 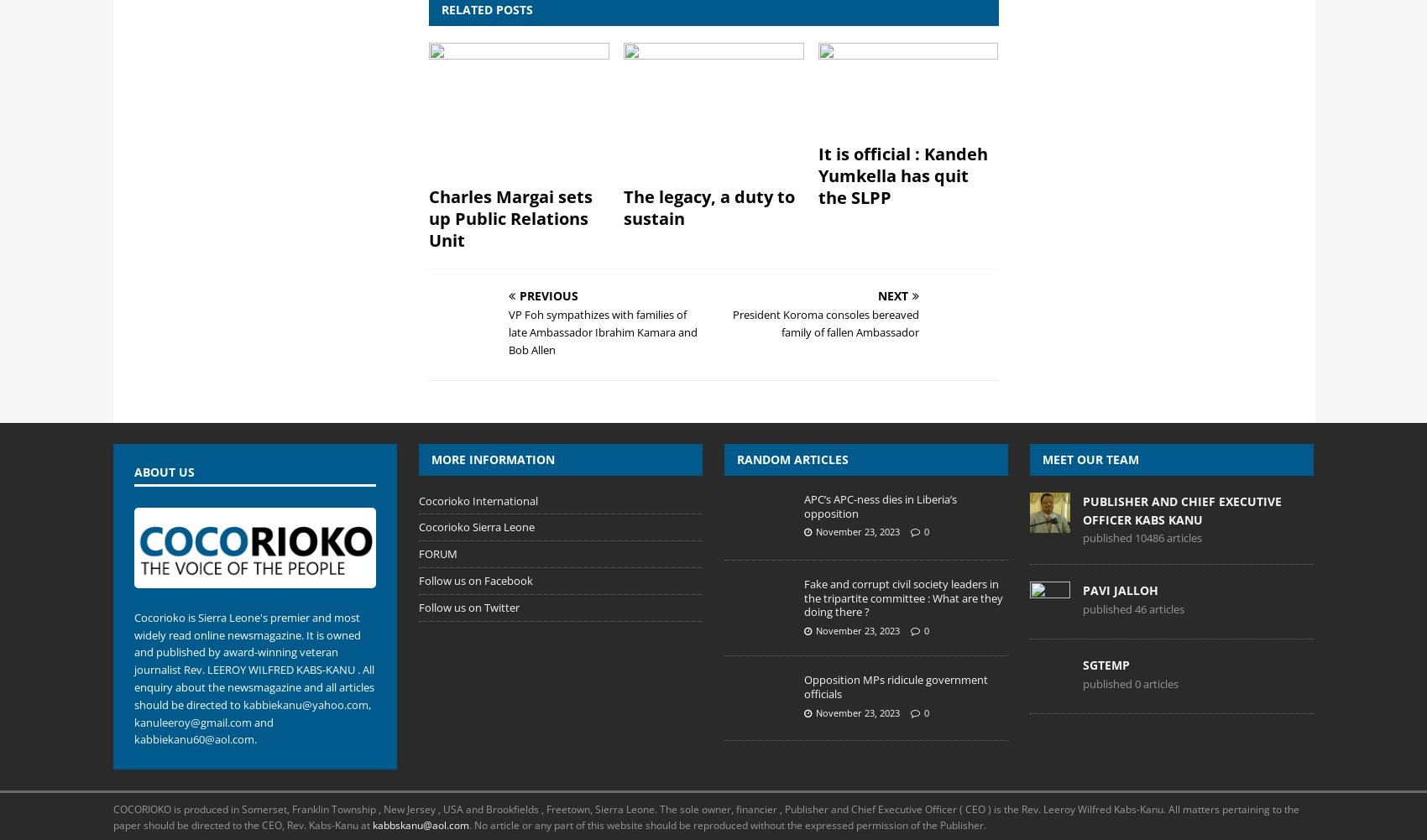 I want to click on 'RANDOM ARTICLES', so click(x=792, y=457).